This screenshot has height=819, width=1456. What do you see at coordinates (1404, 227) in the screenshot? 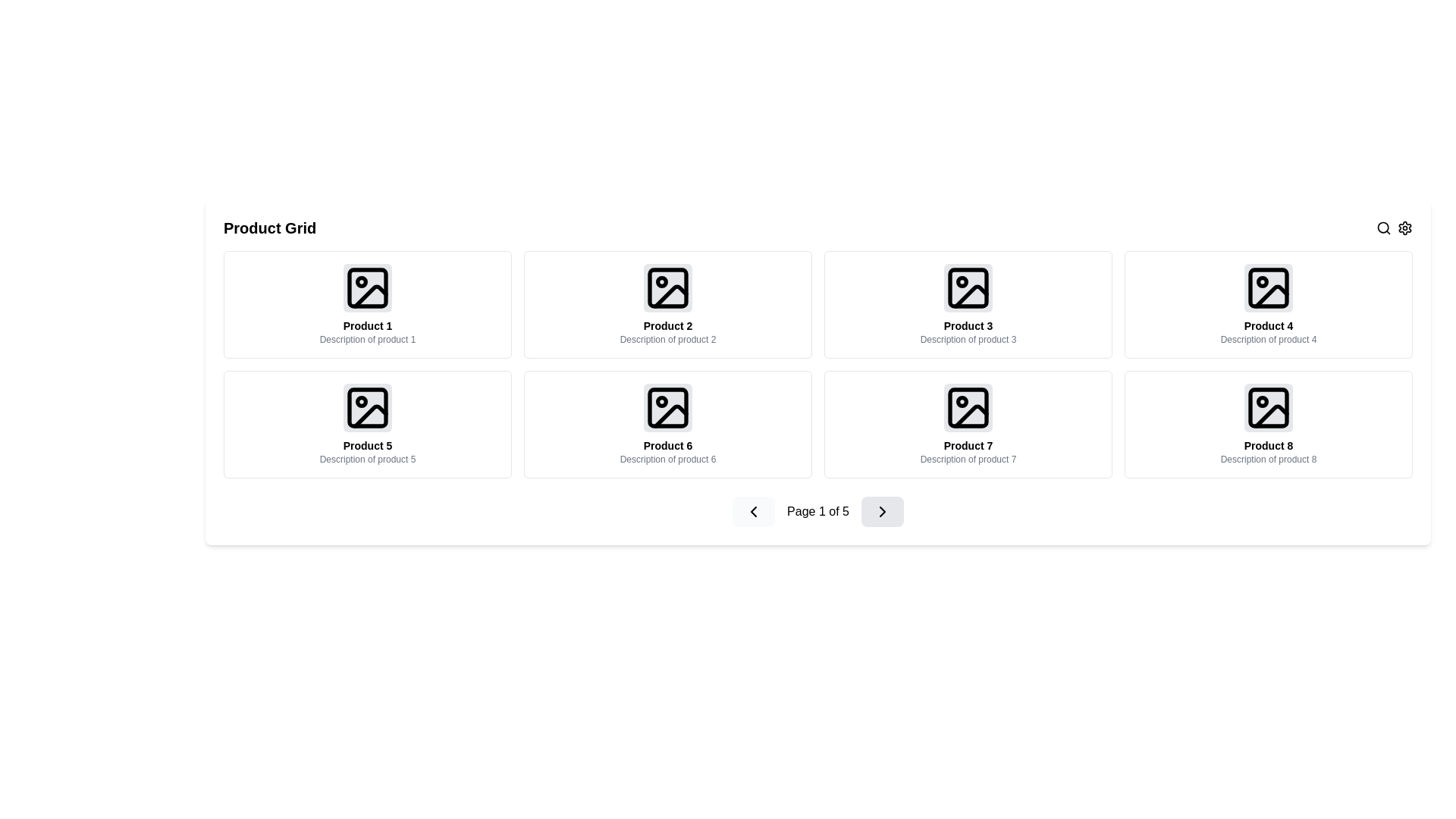
I see `the gear icon located in the top right corner of the interface` at bounding box center [1404, 227].